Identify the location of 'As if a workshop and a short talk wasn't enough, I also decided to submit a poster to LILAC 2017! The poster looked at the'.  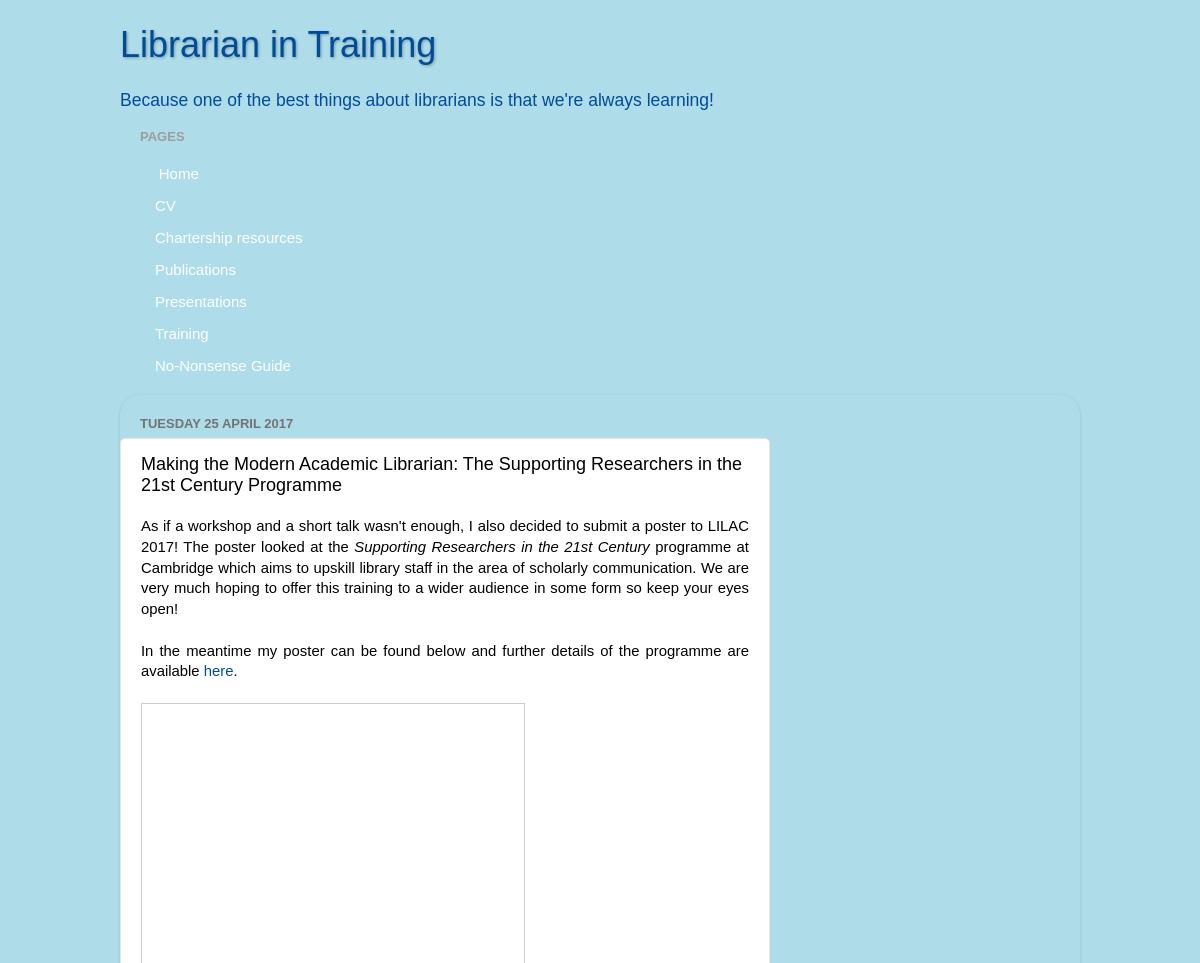
(444, 535).